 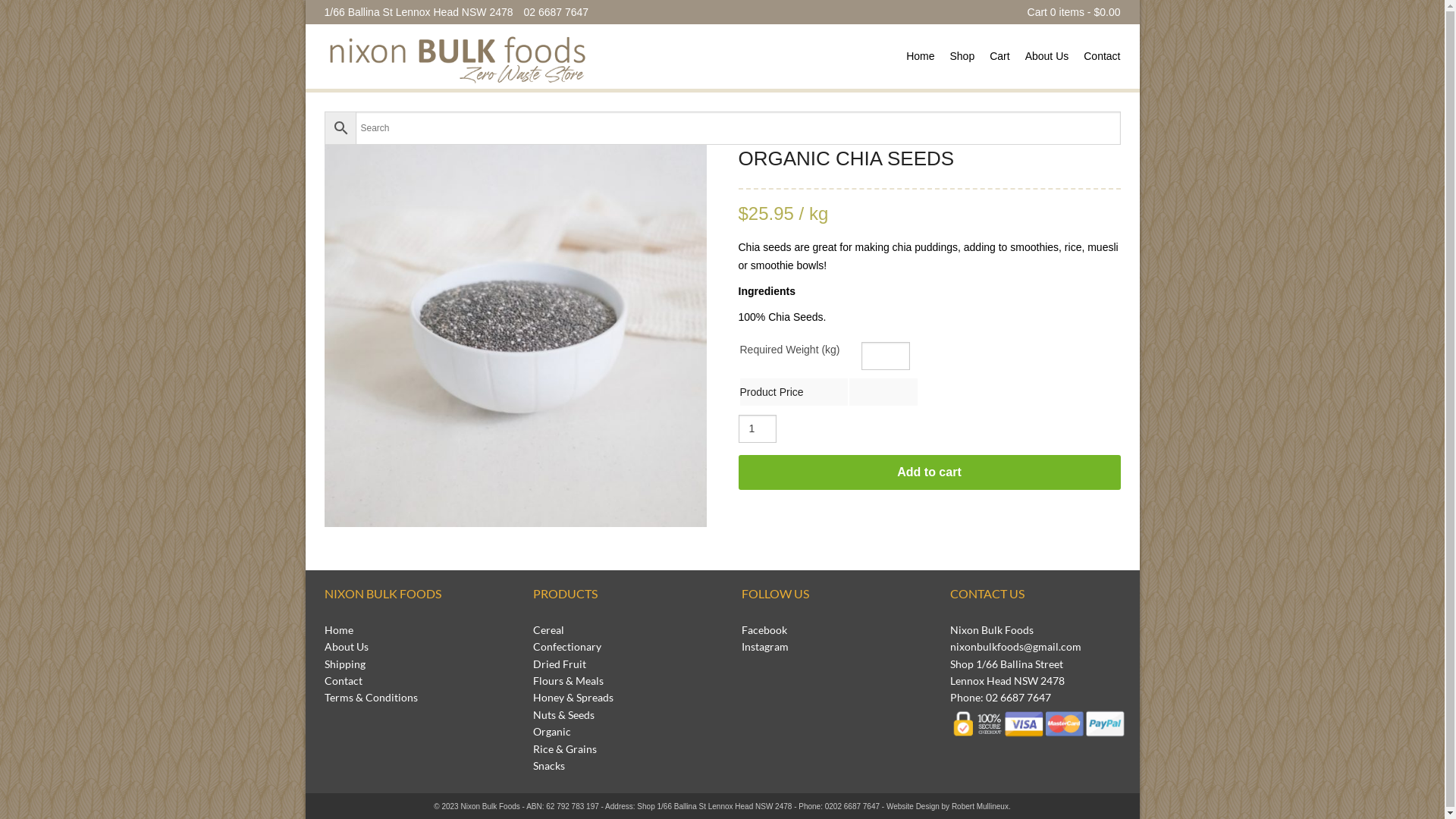 I want to click on 'Cereal', so click(x=547, y=629).